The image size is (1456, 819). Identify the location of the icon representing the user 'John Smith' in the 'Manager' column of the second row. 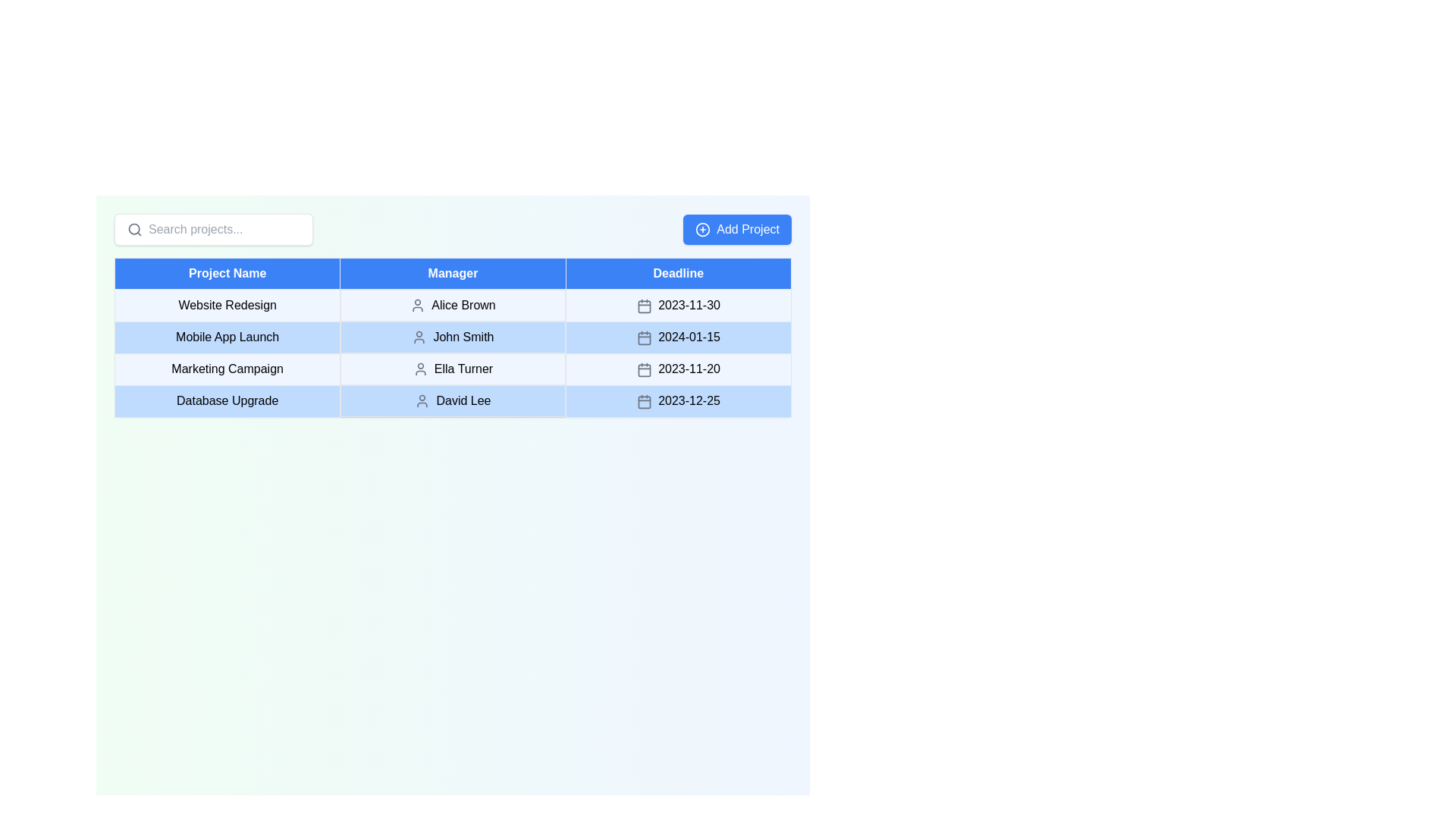
(419, 336).